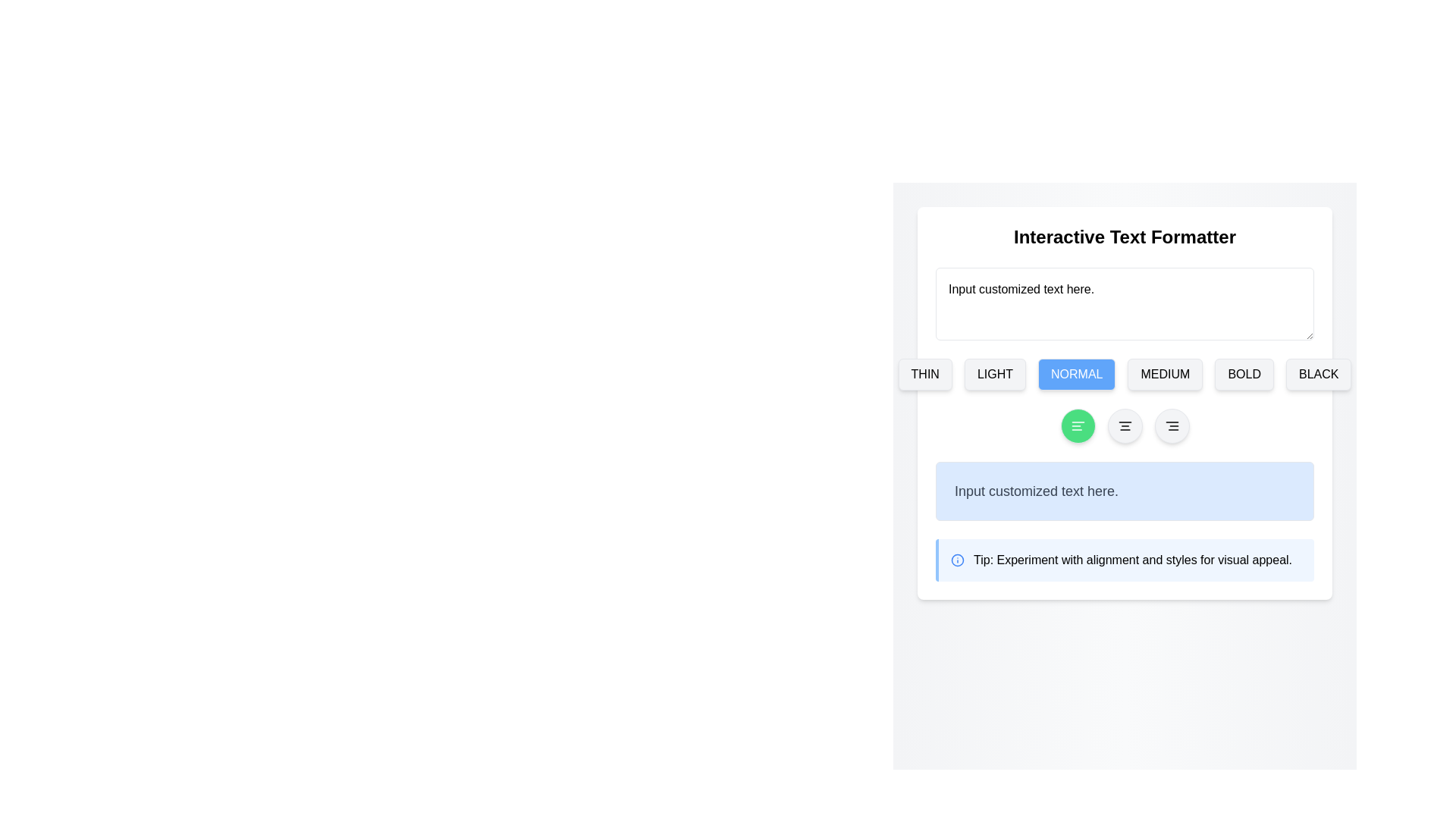 The width and height of the screenshot is (1456, 819). I want to click on the 'BOLD' button located in the horizontal group of buttons for keyboard interaction, so click(1244, 374).